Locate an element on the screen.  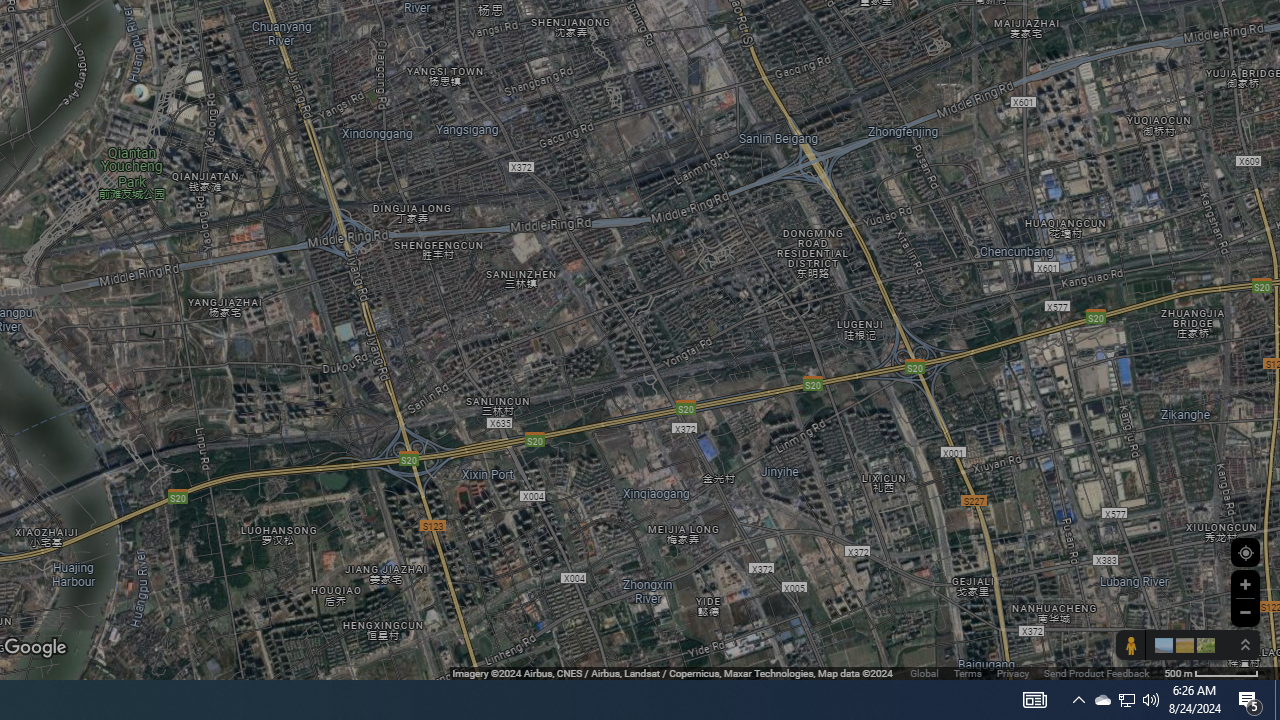
'Zoom in' is located at coordinates (1244, 584).